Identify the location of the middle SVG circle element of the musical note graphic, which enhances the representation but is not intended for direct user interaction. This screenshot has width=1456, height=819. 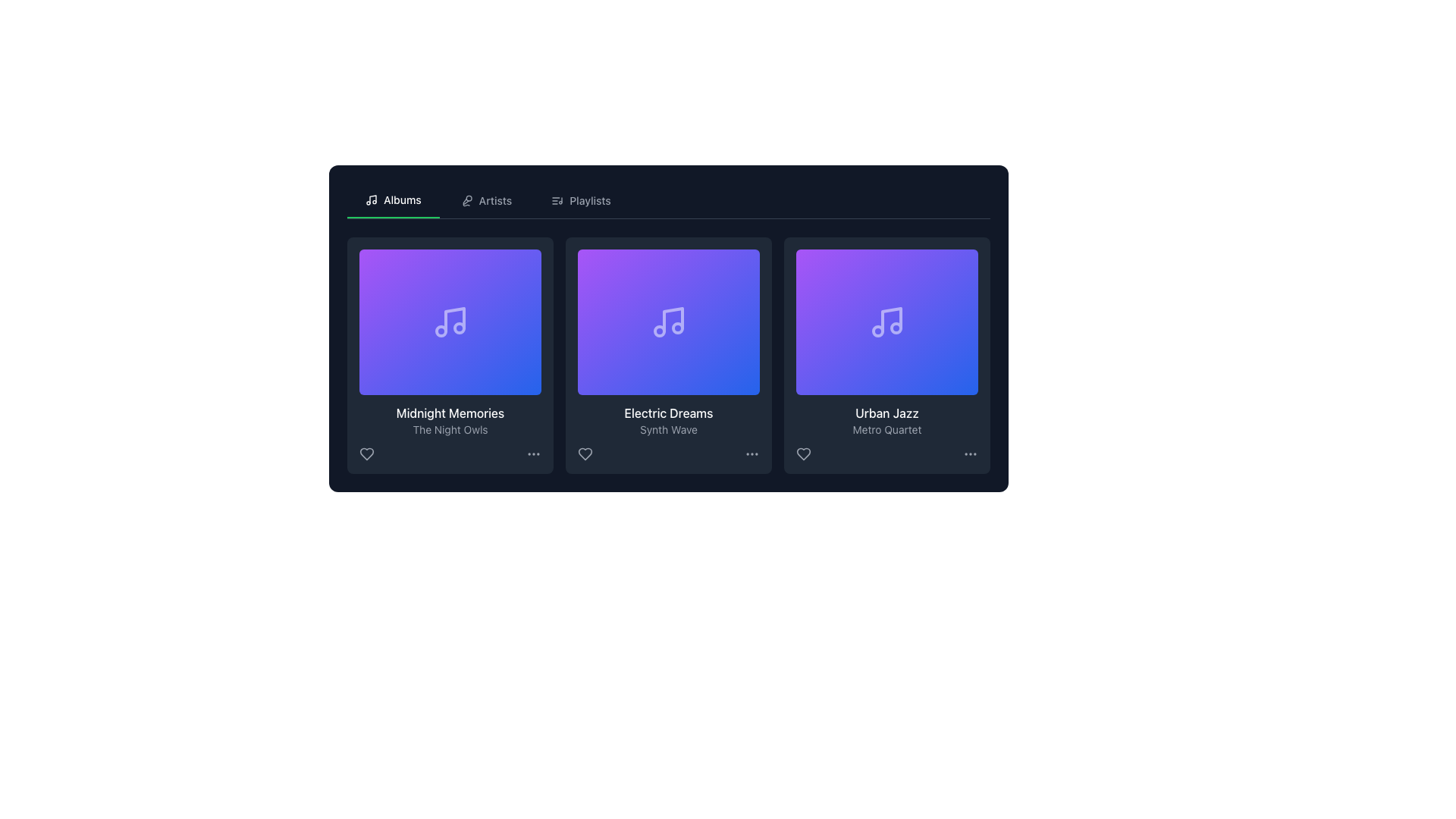
(877, 330).